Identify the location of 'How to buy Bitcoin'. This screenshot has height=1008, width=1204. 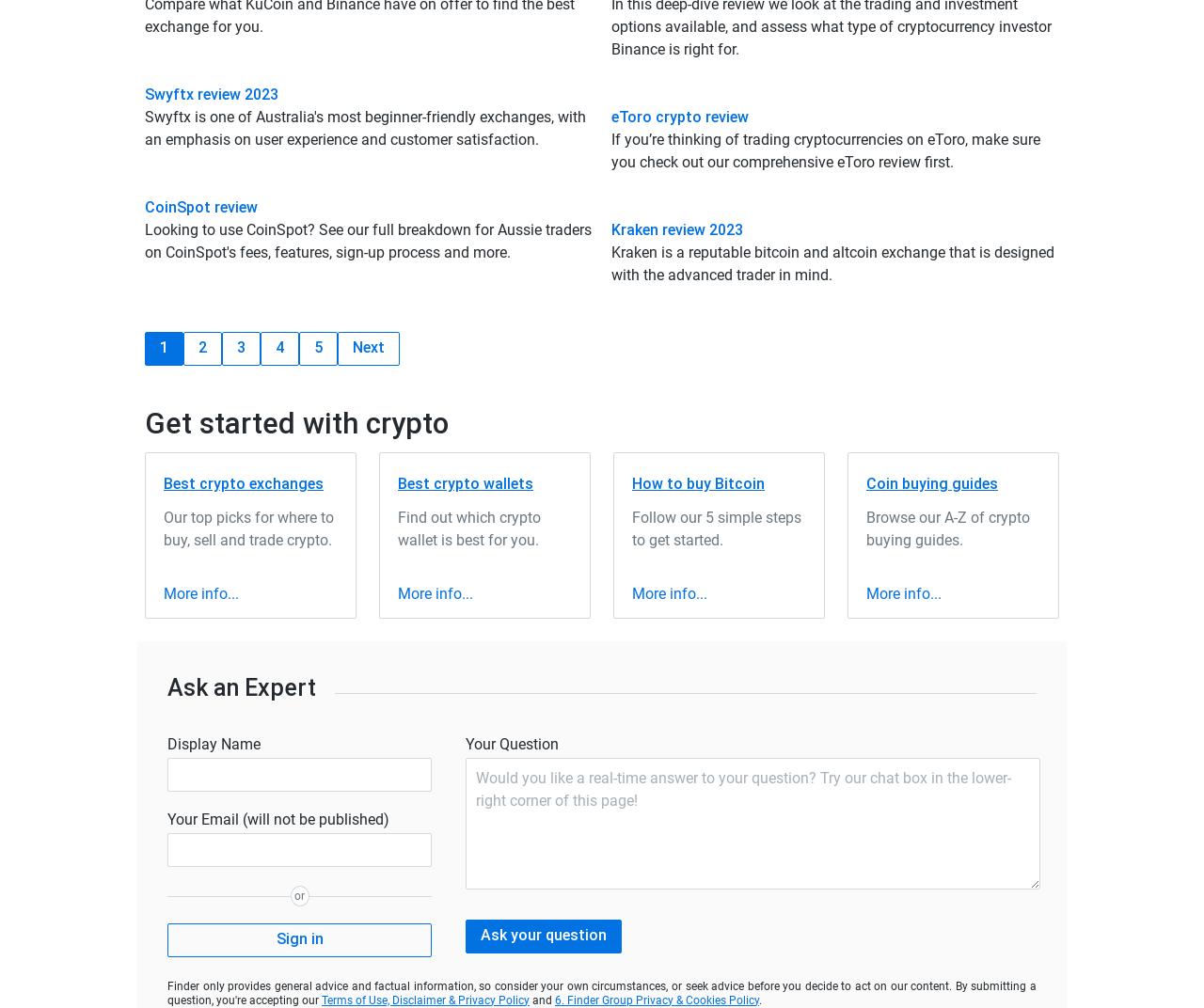
(697, 482).